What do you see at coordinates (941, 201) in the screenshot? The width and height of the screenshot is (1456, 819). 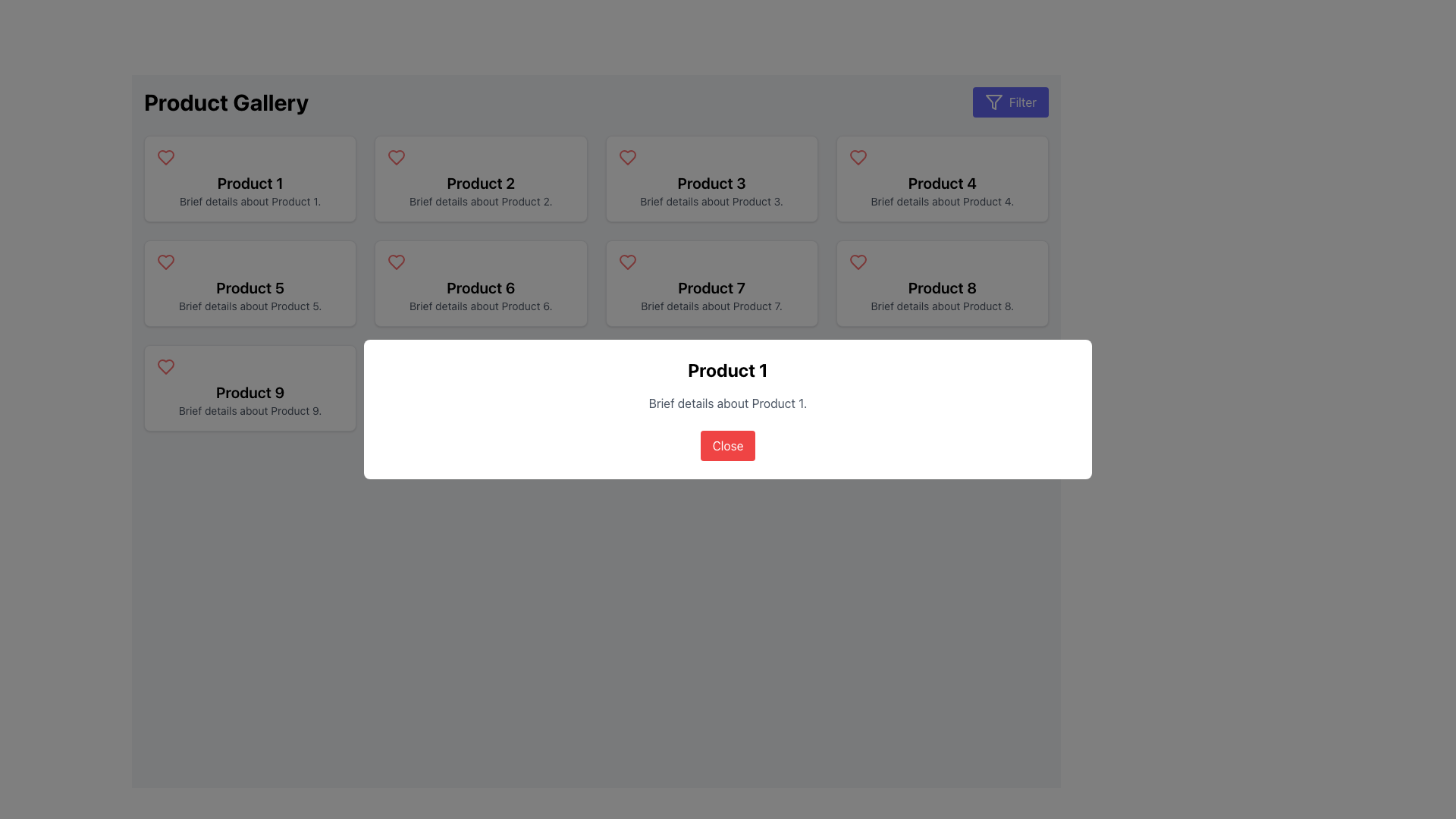 I see `the text label 'Brief details about Product 4.' located under the title 'Product 4' in the rightmost column of the first row in the gallery grid` at bounding box center [941, 201].